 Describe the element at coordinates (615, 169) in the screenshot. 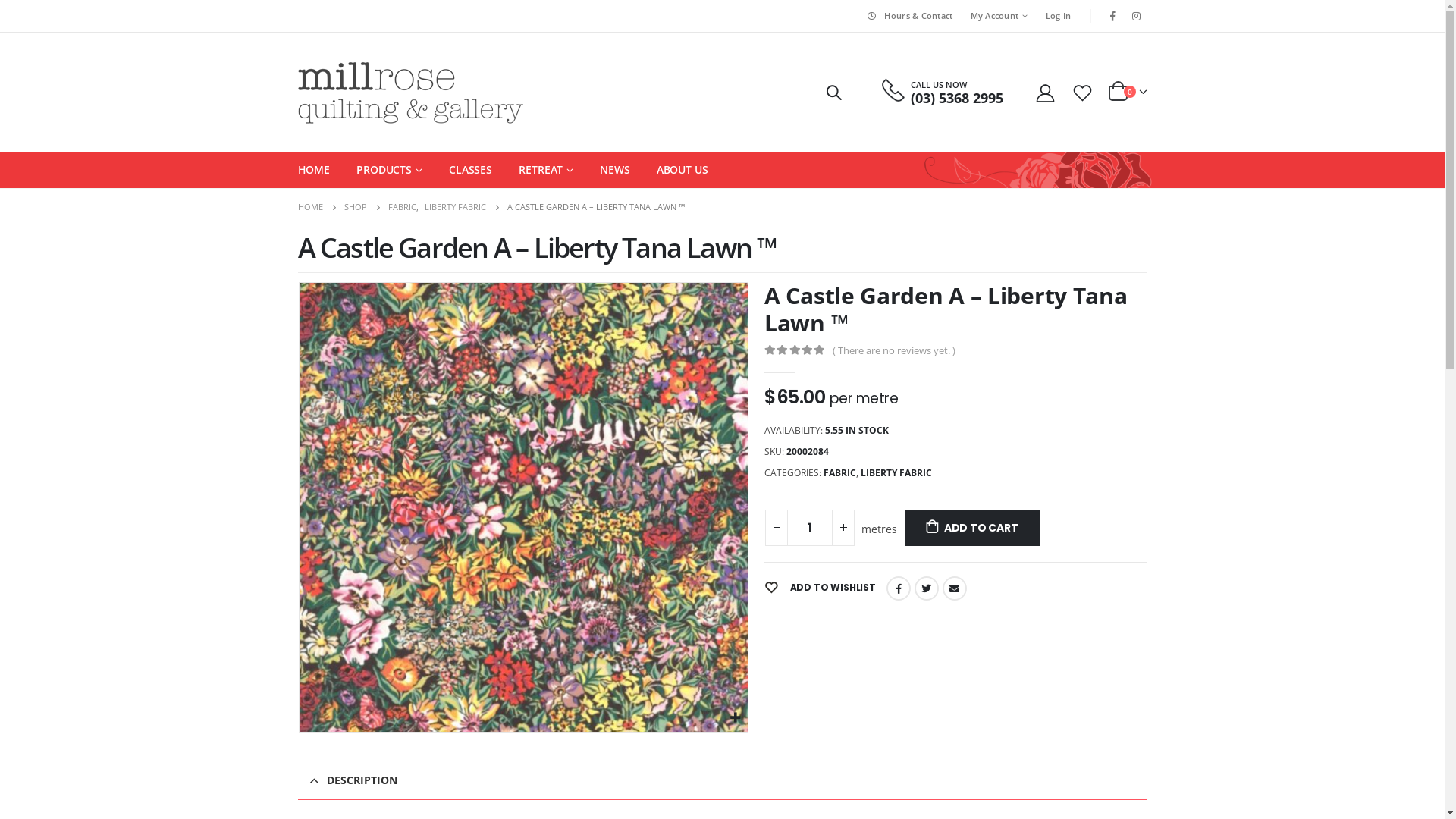

I see `'NEWS'` at that location.